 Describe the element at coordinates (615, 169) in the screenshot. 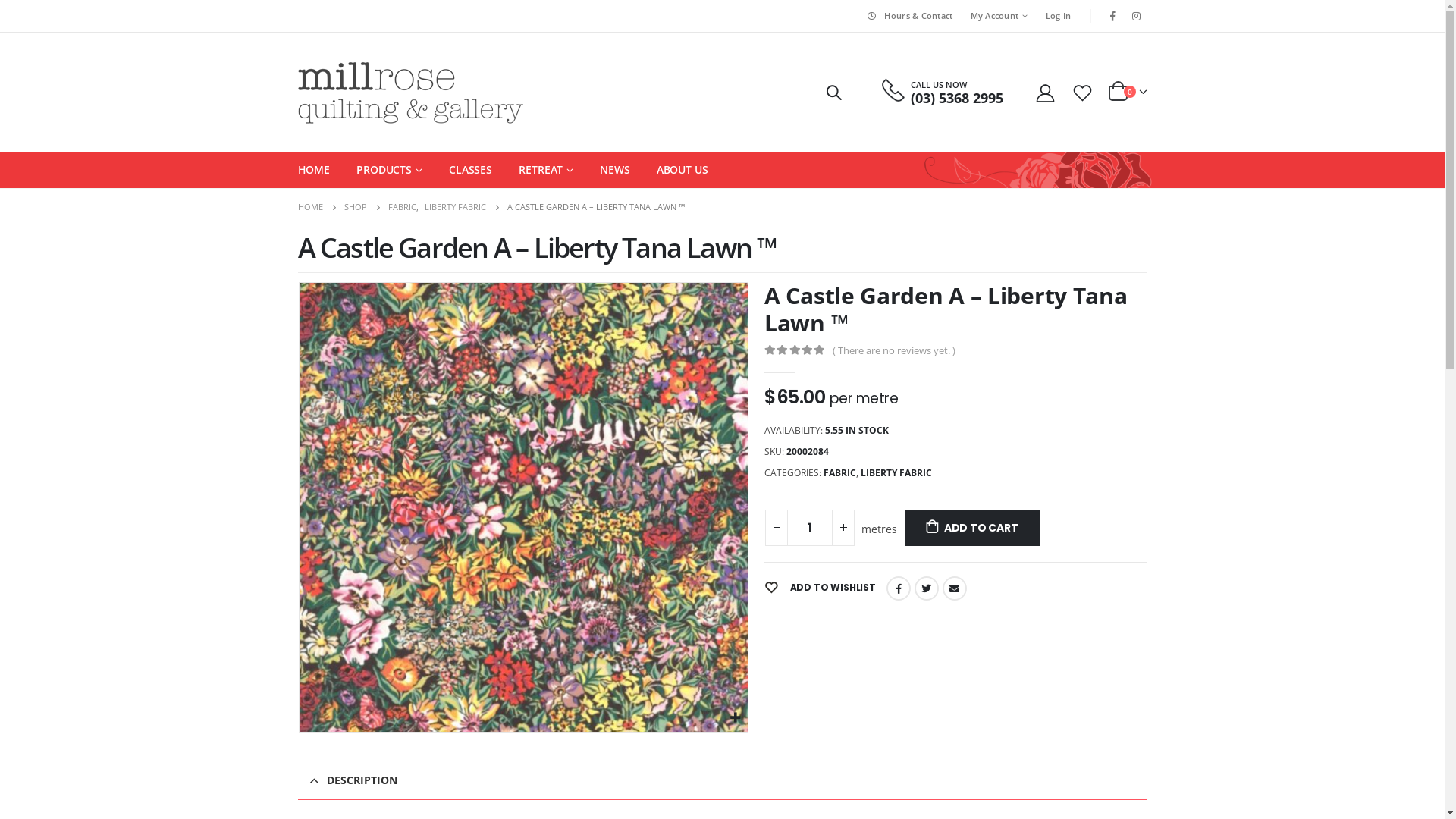

I see `'NEWS'` at that location.